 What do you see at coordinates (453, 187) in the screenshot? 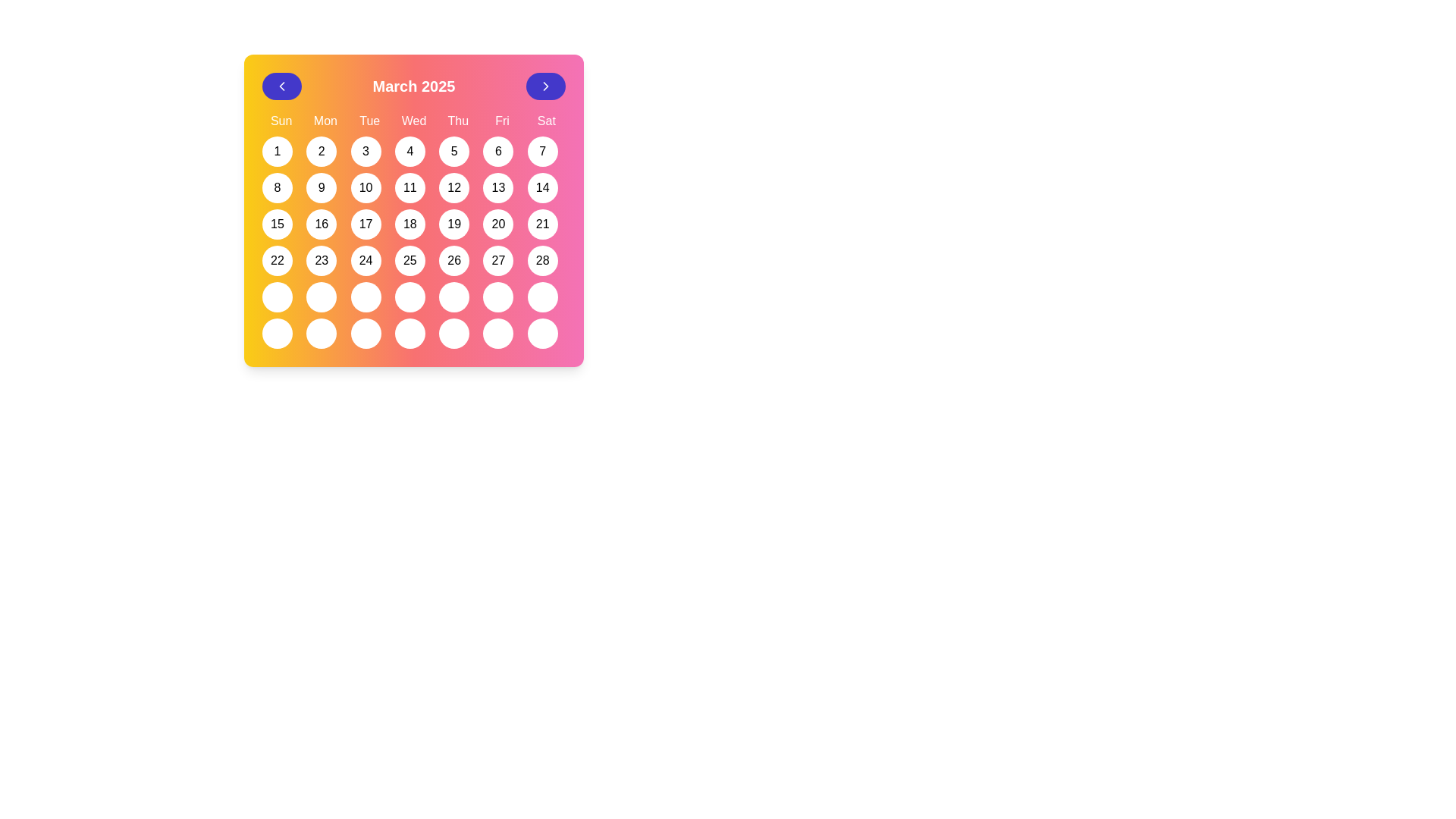
I see `the circular button displaying the number '12'` at bounding box center [453, 187].